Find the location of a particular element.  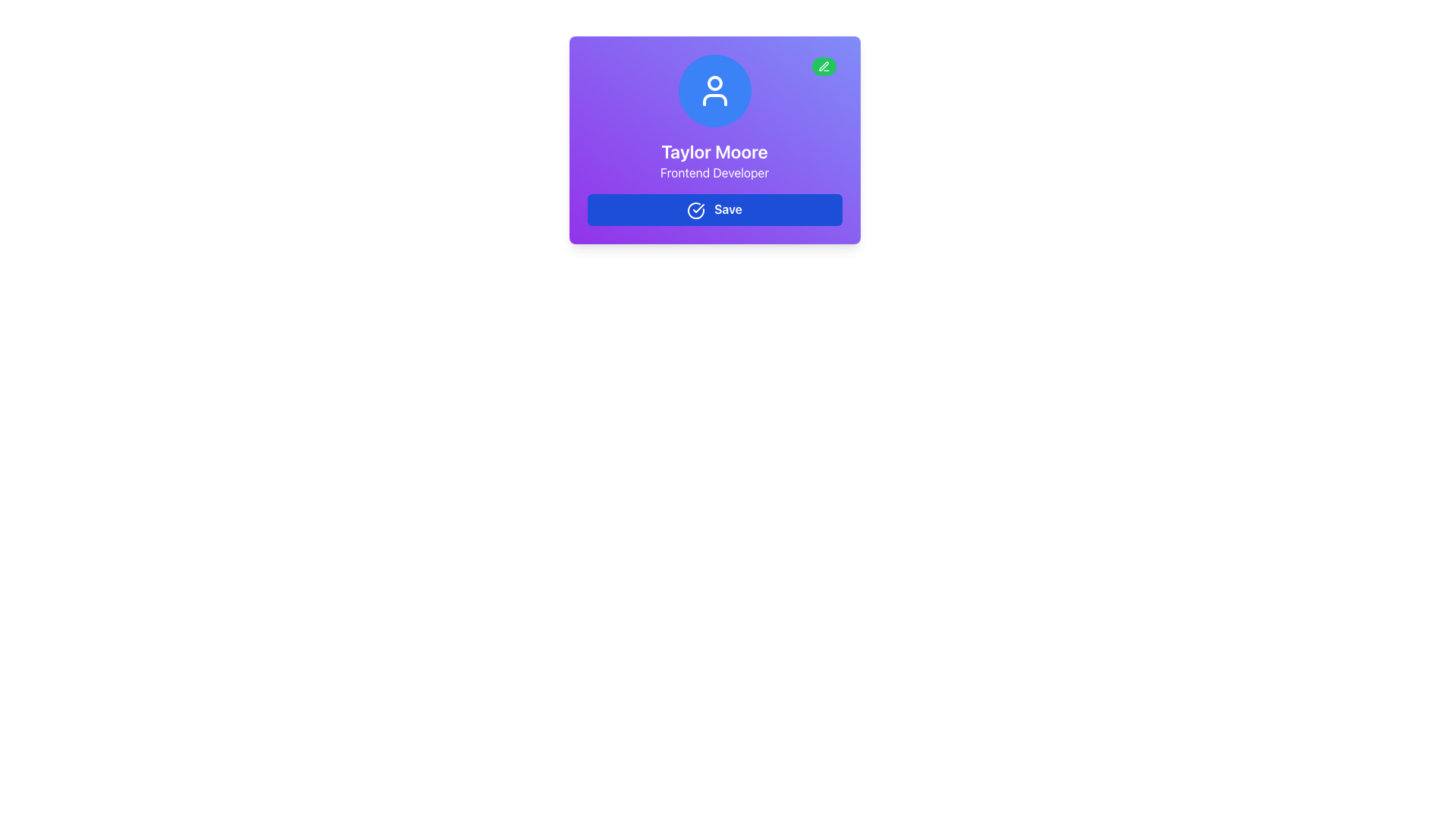

the circular icon within the 'Save' button located slightly left of the center of the button on the card is located at coordinates (695, 210).